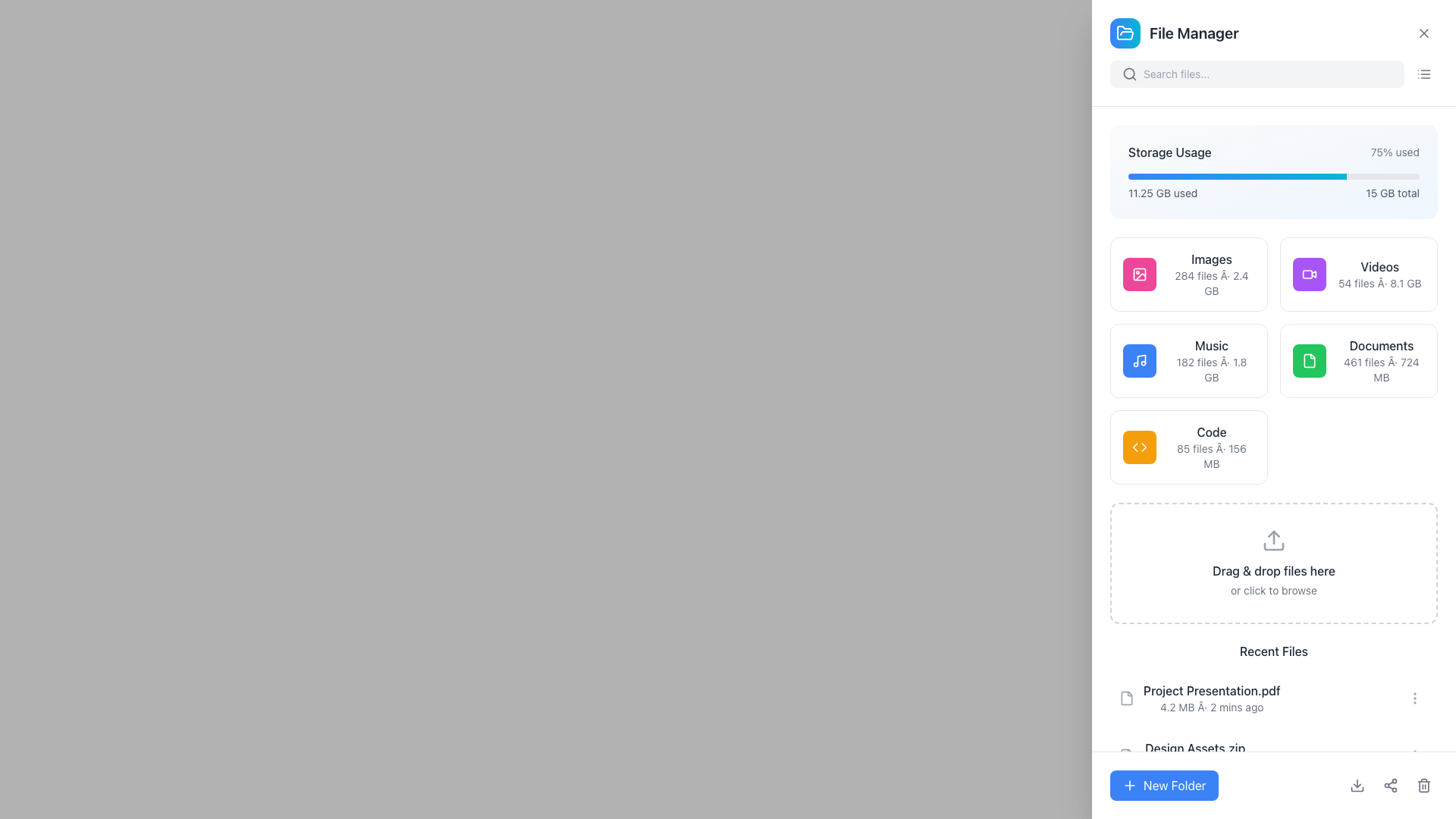 This screenshot has height=819, width=1456. What do you see at coordinates (1357, 785) in the screenshot?
I see `the 'Download' button located at the bottom-right corner of the interface` at bounding box center [1357, 785].